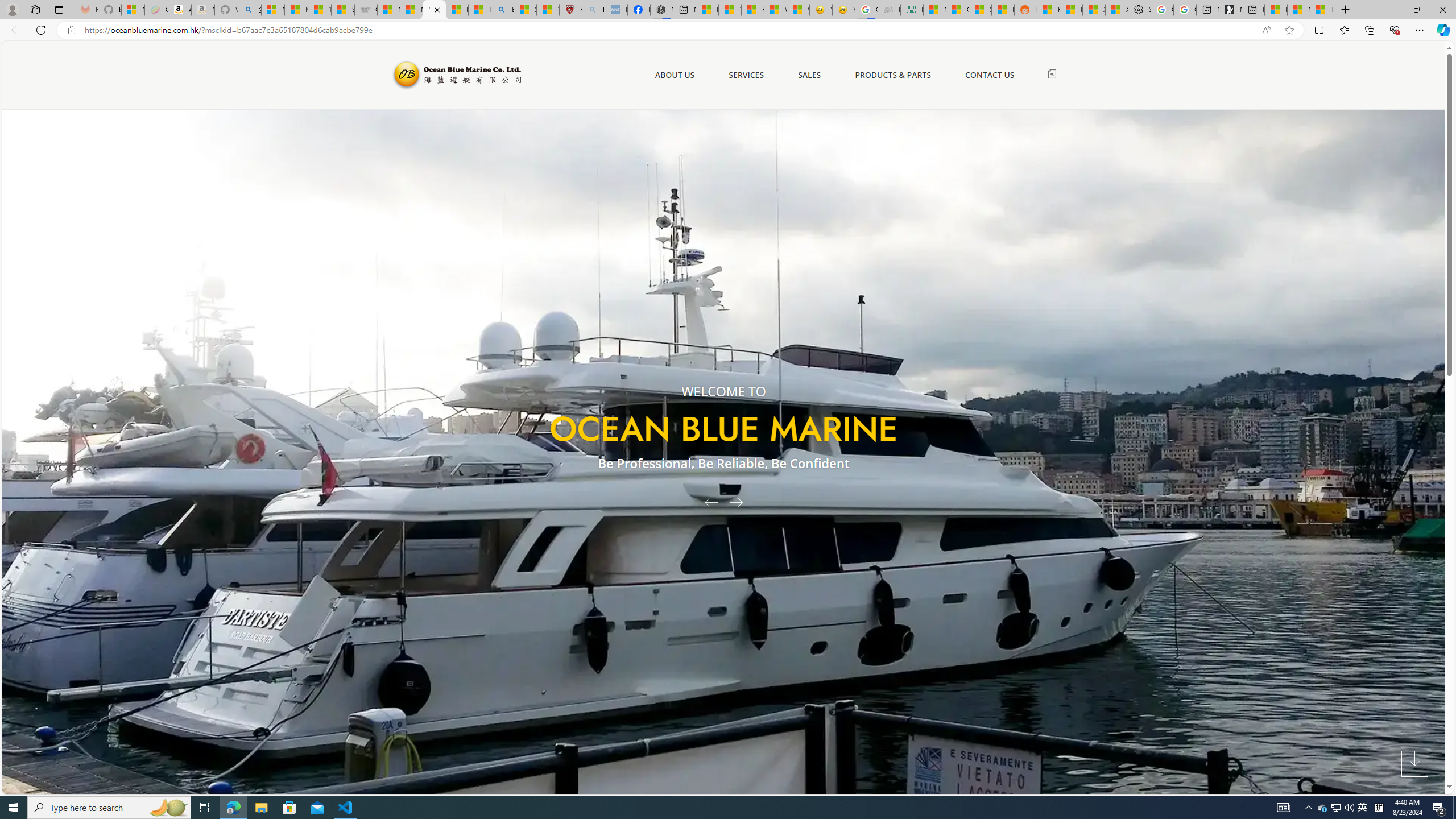  I want to click on 'Stocks - MSN', so click(979, 9).